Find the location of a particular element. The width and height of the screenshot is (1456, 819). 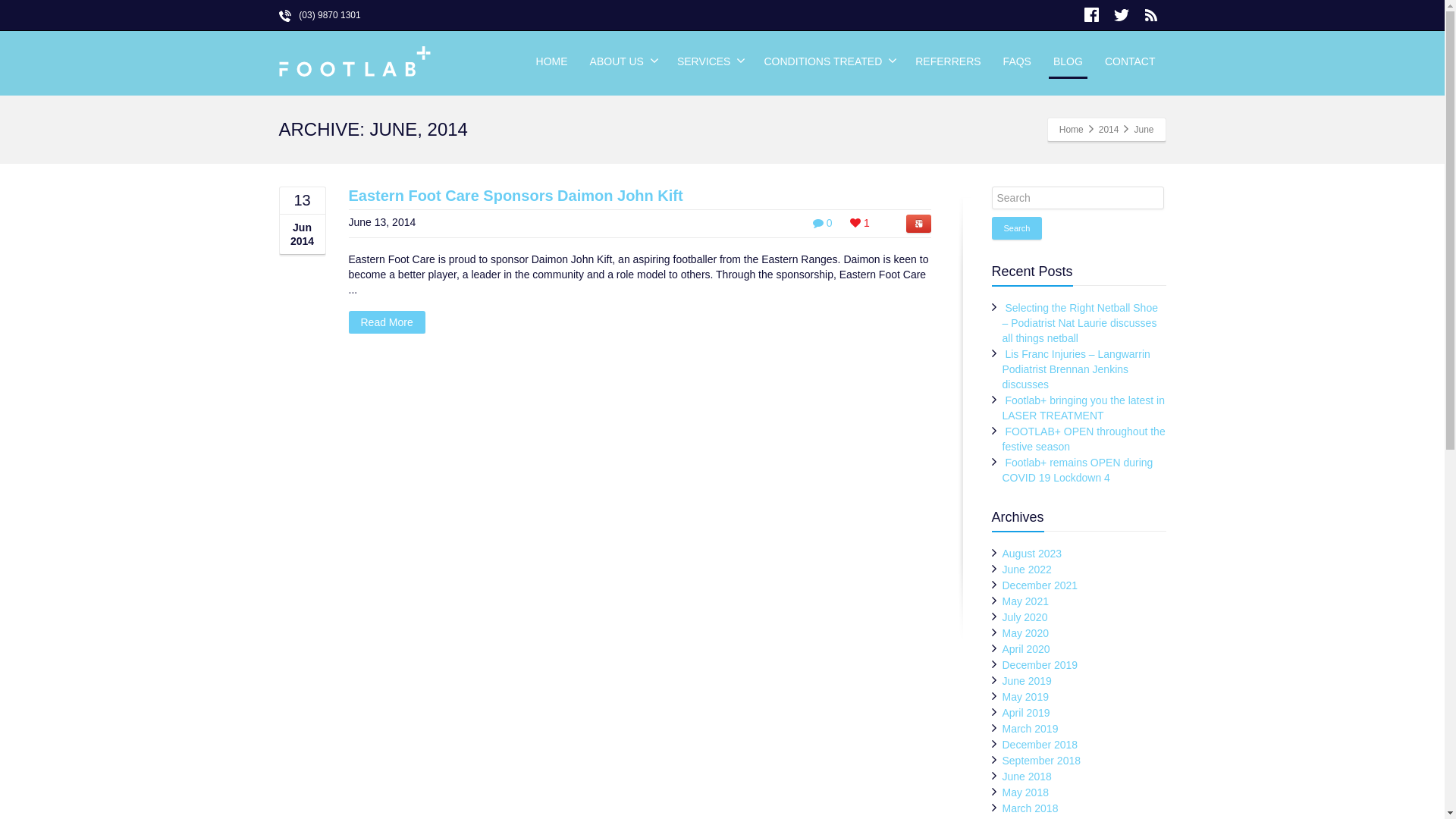

'June 2022' is located at coordinates (1027, 570).